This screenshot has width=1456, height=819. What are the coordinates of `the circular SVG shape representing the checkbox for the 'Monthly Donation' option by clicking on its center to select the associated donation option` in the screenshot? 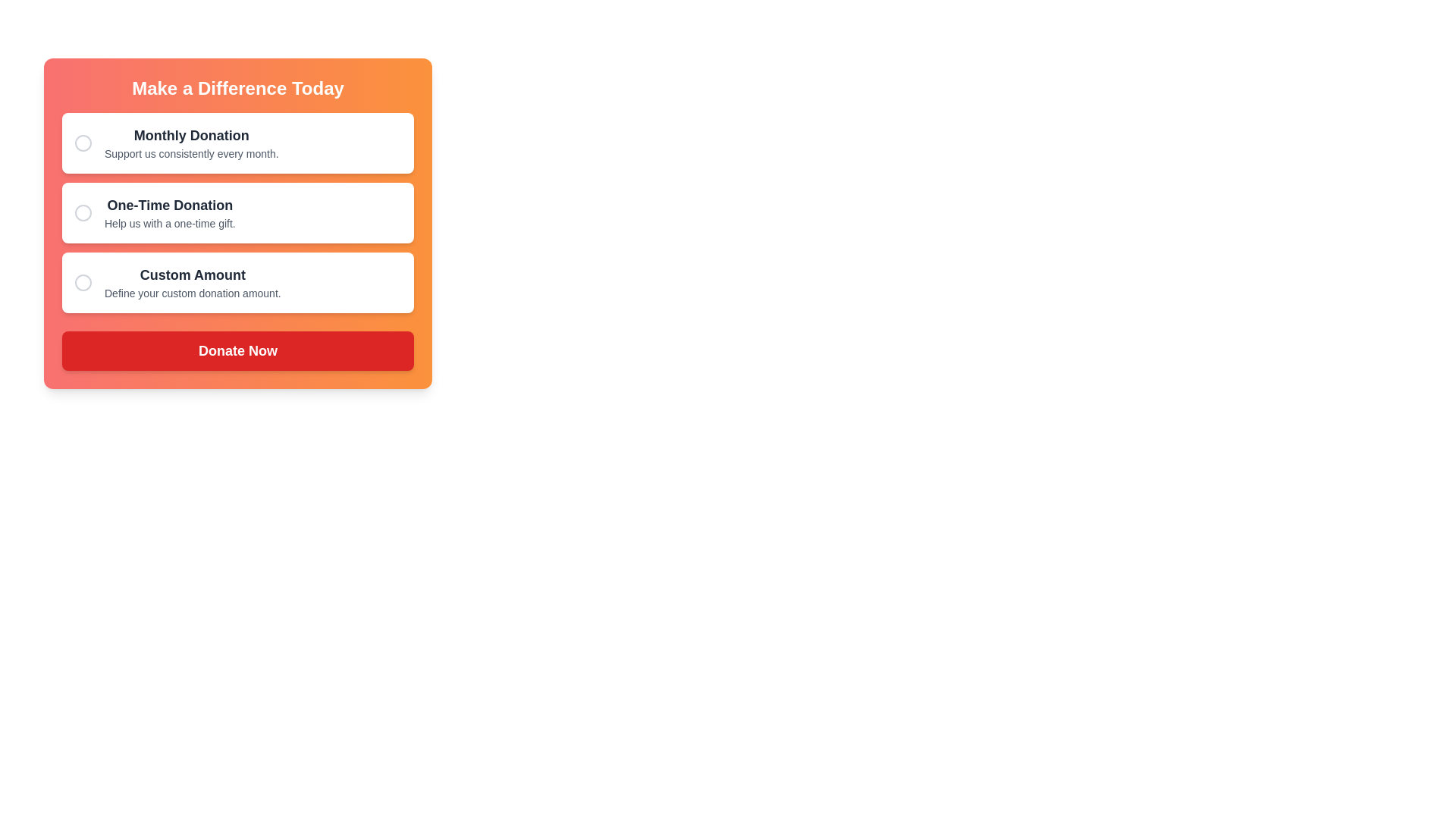 It's located at (83, 143).